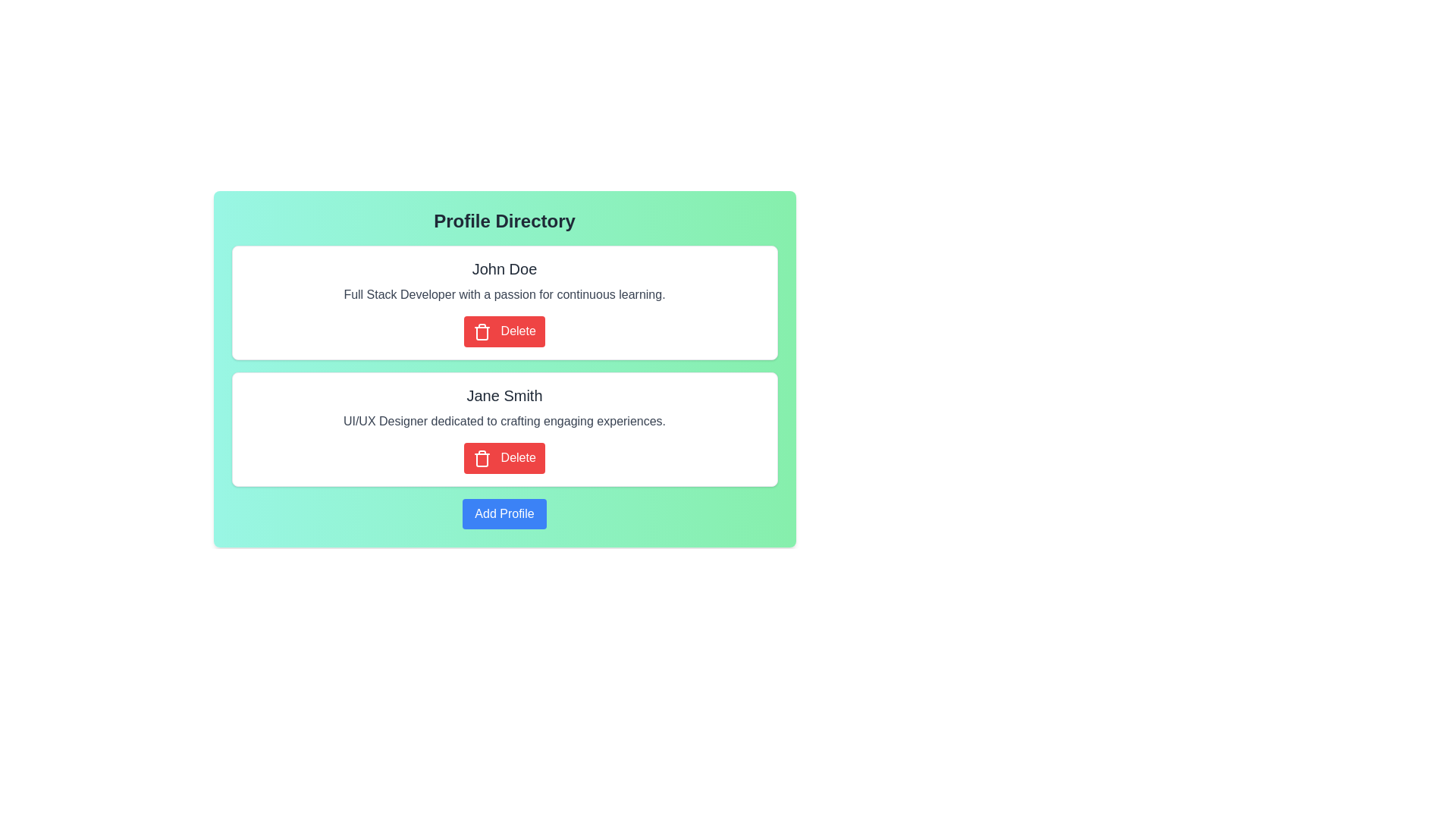 This screenshot has width=1456, height=819. I want to click on the delete icon within the first 'Delete' button associated with the first user profile in the Profile Directory interface, executing the deletion function, so click(482, 331).